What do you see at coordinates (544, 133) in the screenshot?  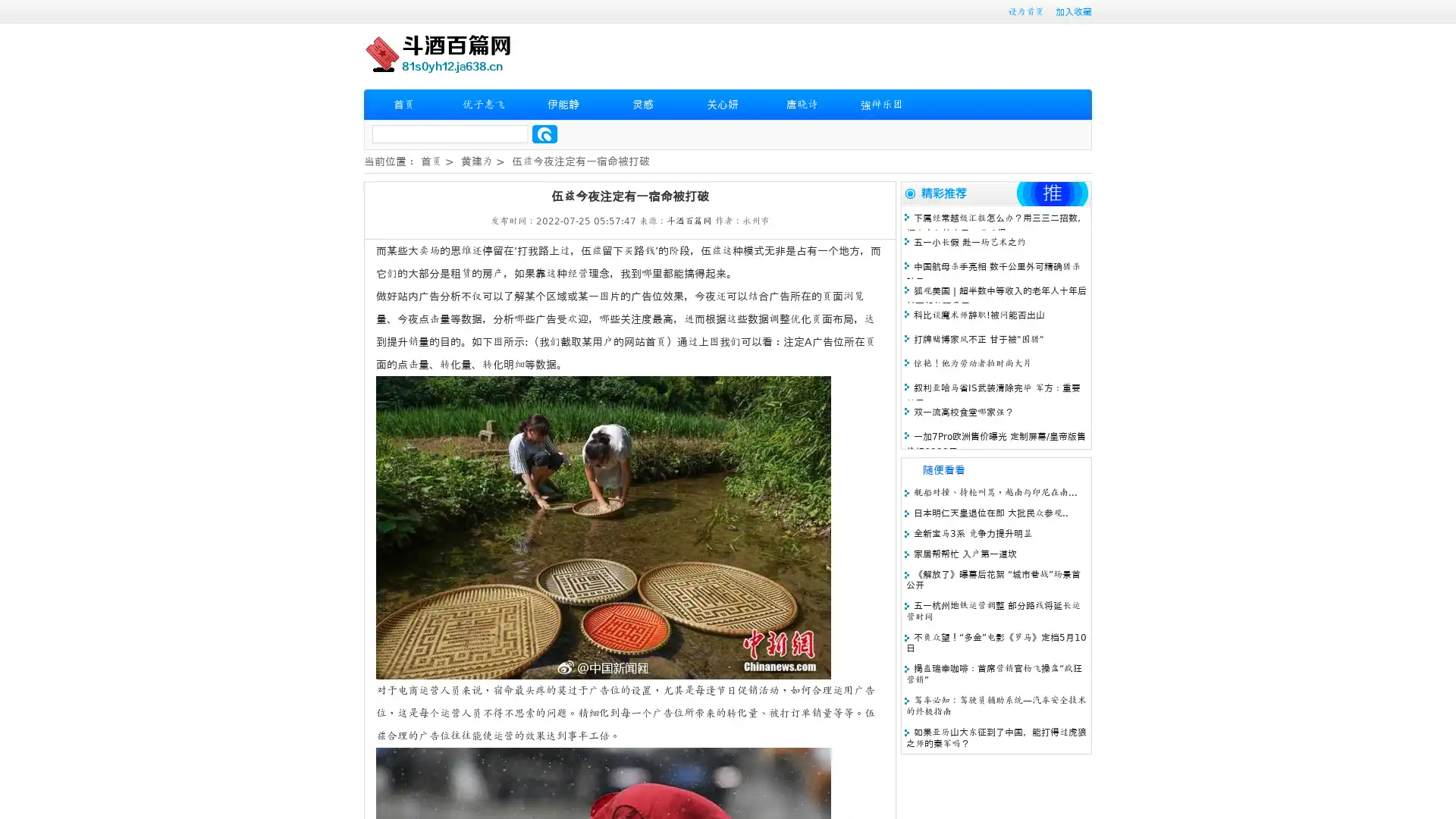 I see `Search` at bounding box center [544, 133].